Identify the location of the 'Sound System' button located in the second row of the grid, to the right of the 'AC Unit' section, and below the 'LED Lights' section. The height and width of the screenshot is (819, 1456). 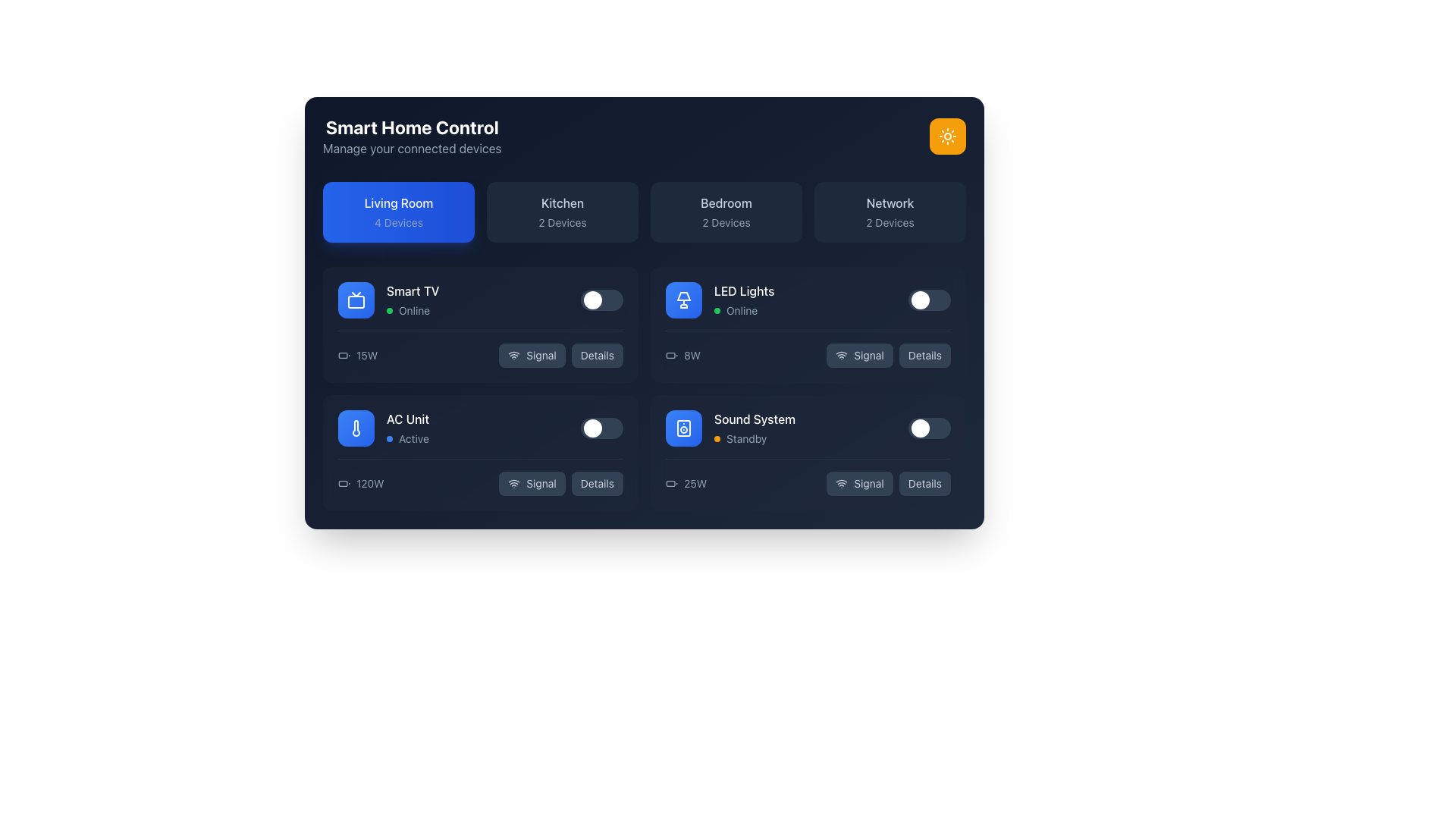
(683, 428).